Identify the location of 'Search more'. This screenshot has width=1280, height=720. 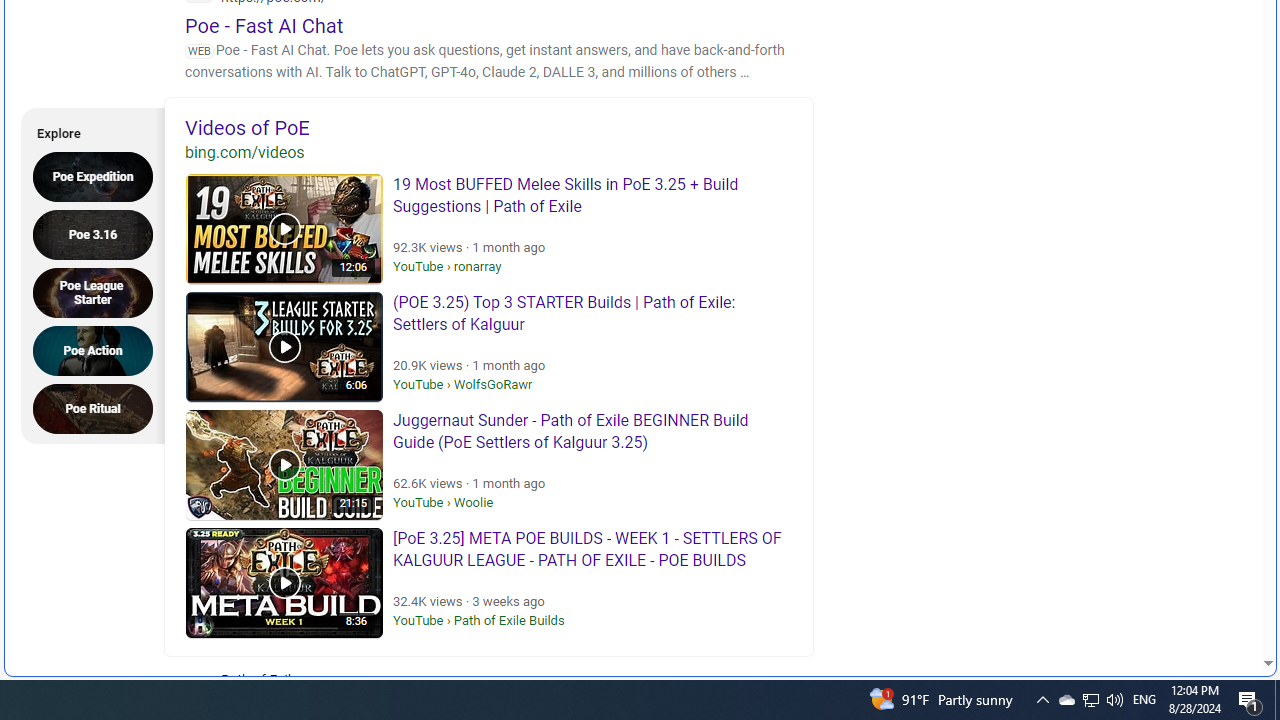
(1222, 603).